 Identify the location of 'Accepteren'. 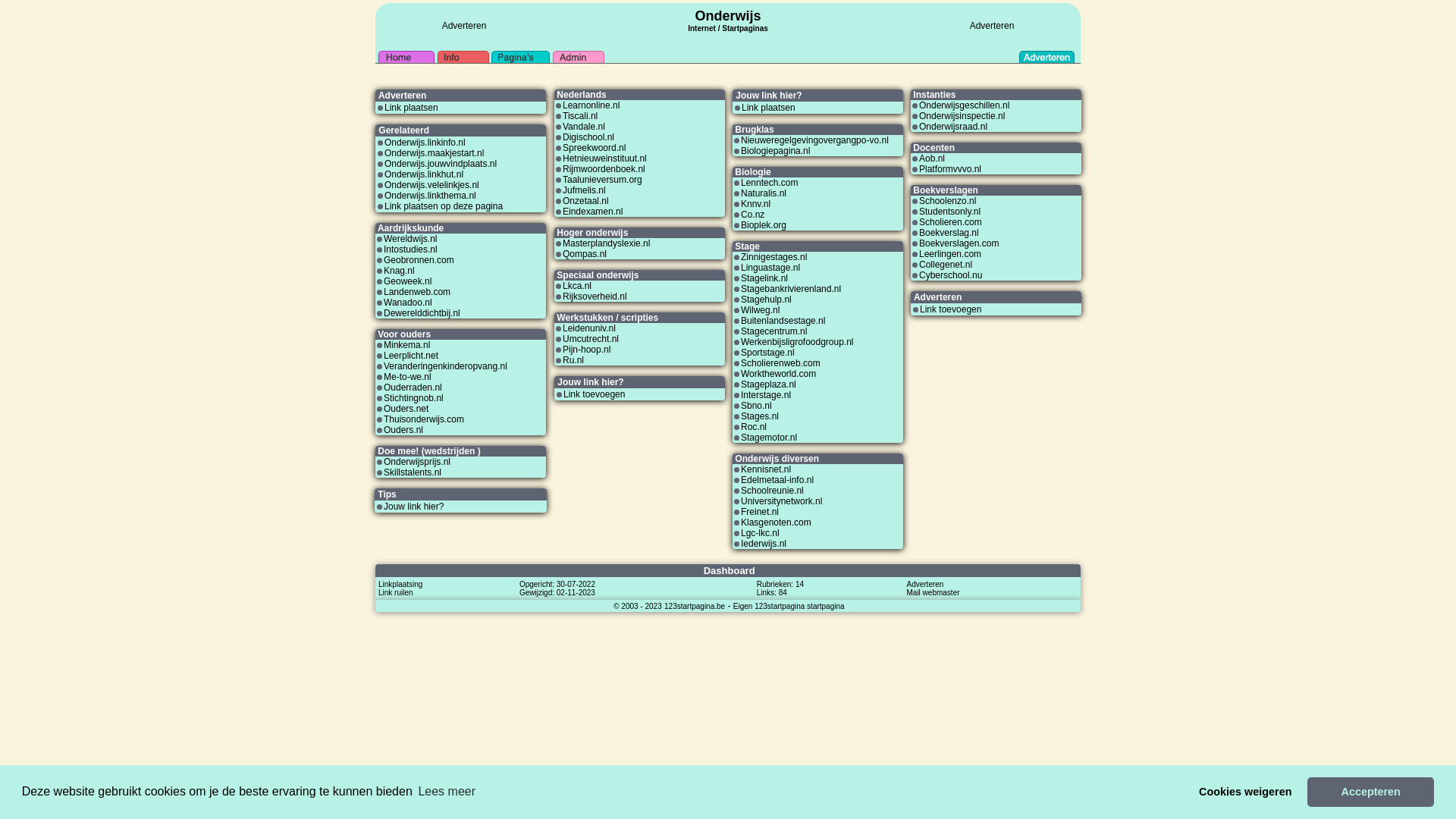
(1306, 791).